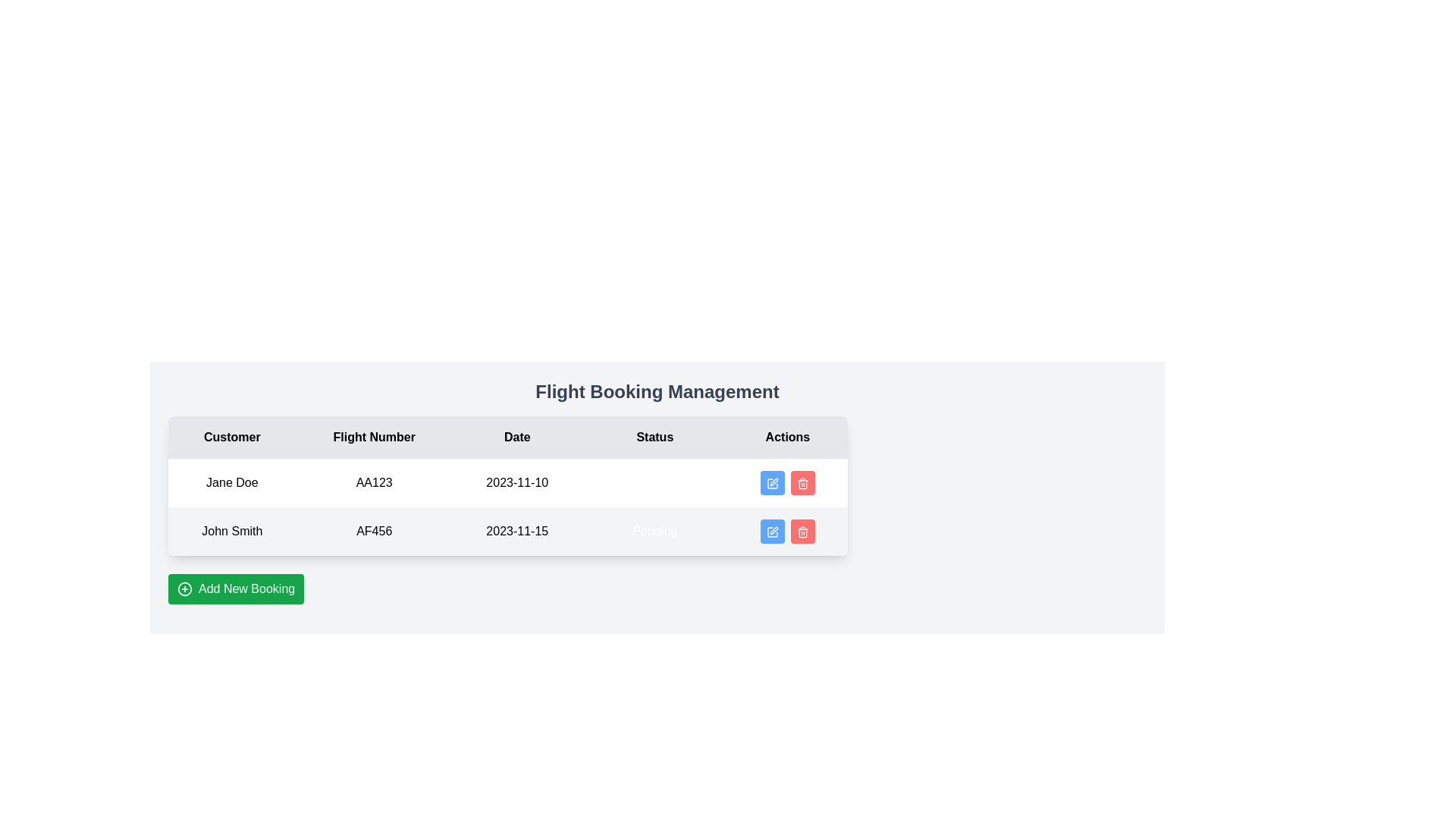 The height and width of the screenshot is (819, 1456). What do you see at coordinates (374, 531) in the screenshot?
I see `the static text element displaying the flight number in the second row of the 'Flight Booking Management' table, located between 'Customer' (John Smith) and 'Date' (2023-11-15)` at bounding box center [374, 531].